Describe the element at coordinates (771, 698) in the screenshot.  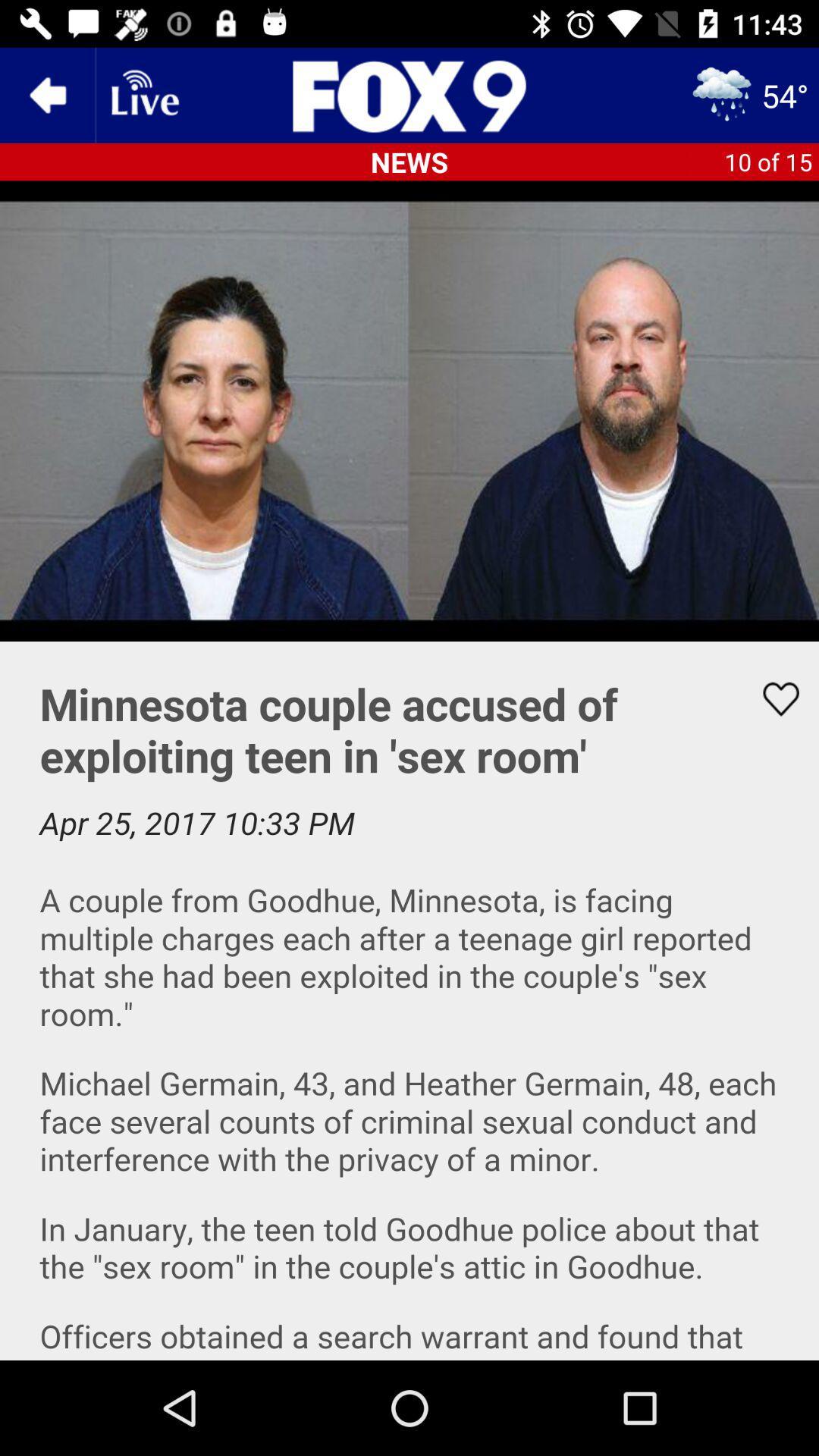
I see `the favorite icon` at that location.